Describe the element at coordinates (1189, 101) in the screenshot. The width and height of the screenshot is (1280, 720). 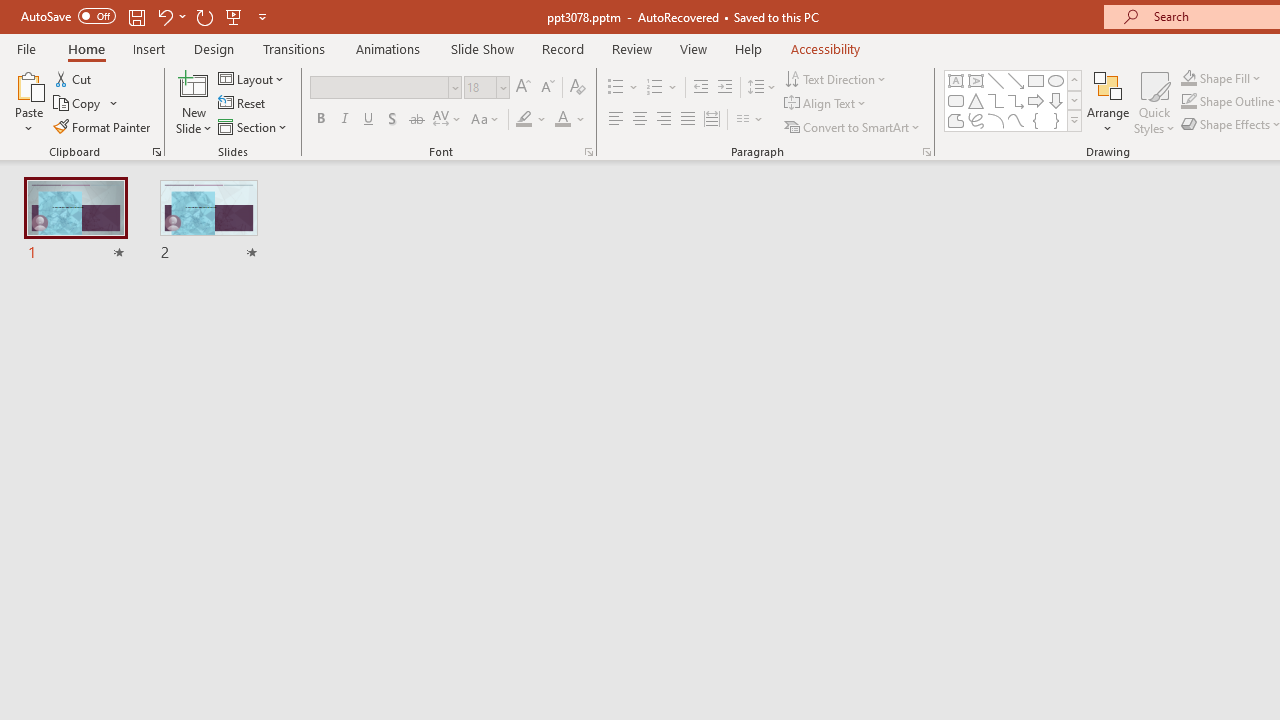
I see `'Shape Outline Green, Accent 1'` at that location.